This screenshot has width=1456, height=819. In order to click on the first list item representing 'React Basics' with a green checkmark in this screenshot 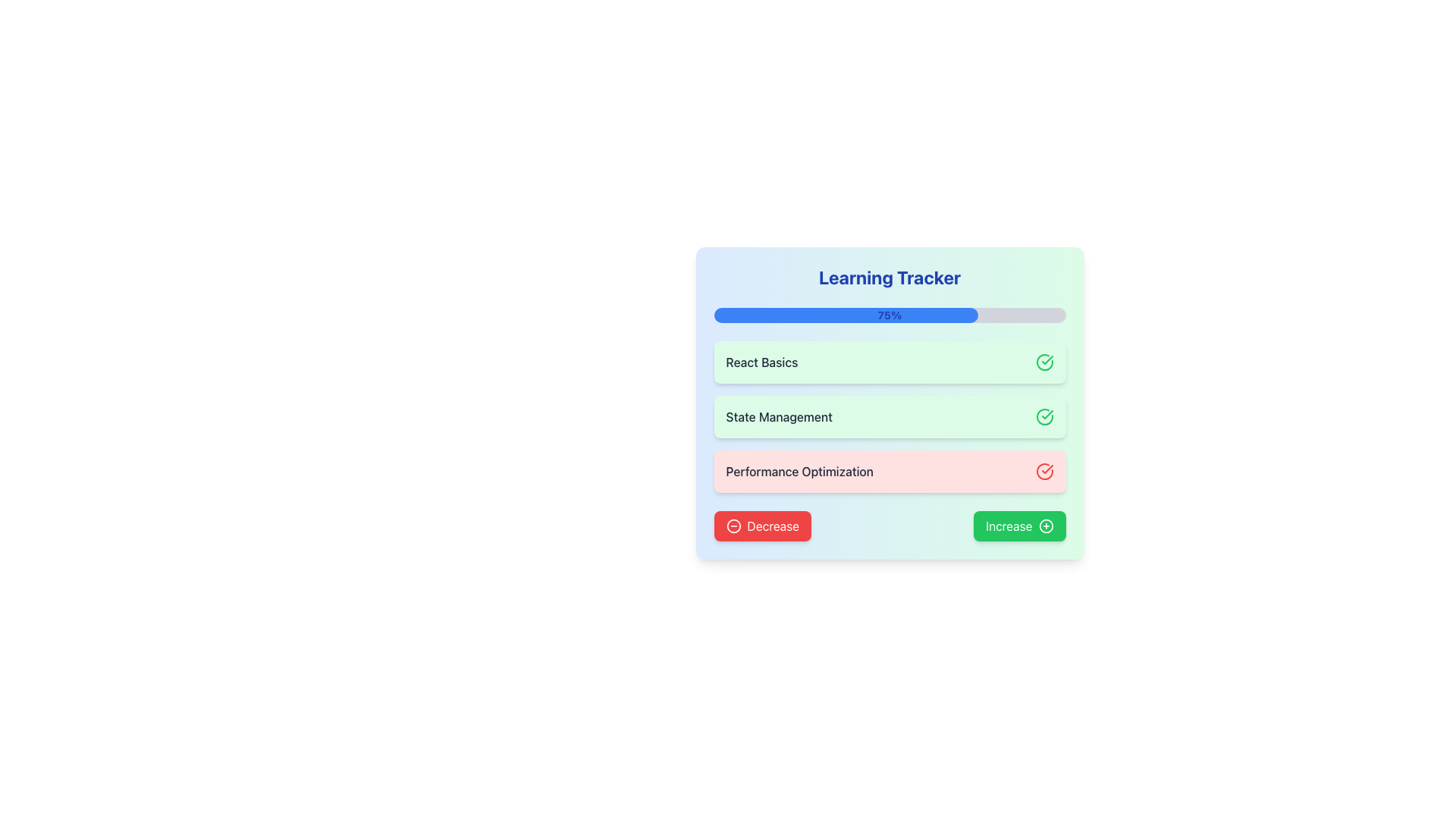, I will do `click(890, 362)`.